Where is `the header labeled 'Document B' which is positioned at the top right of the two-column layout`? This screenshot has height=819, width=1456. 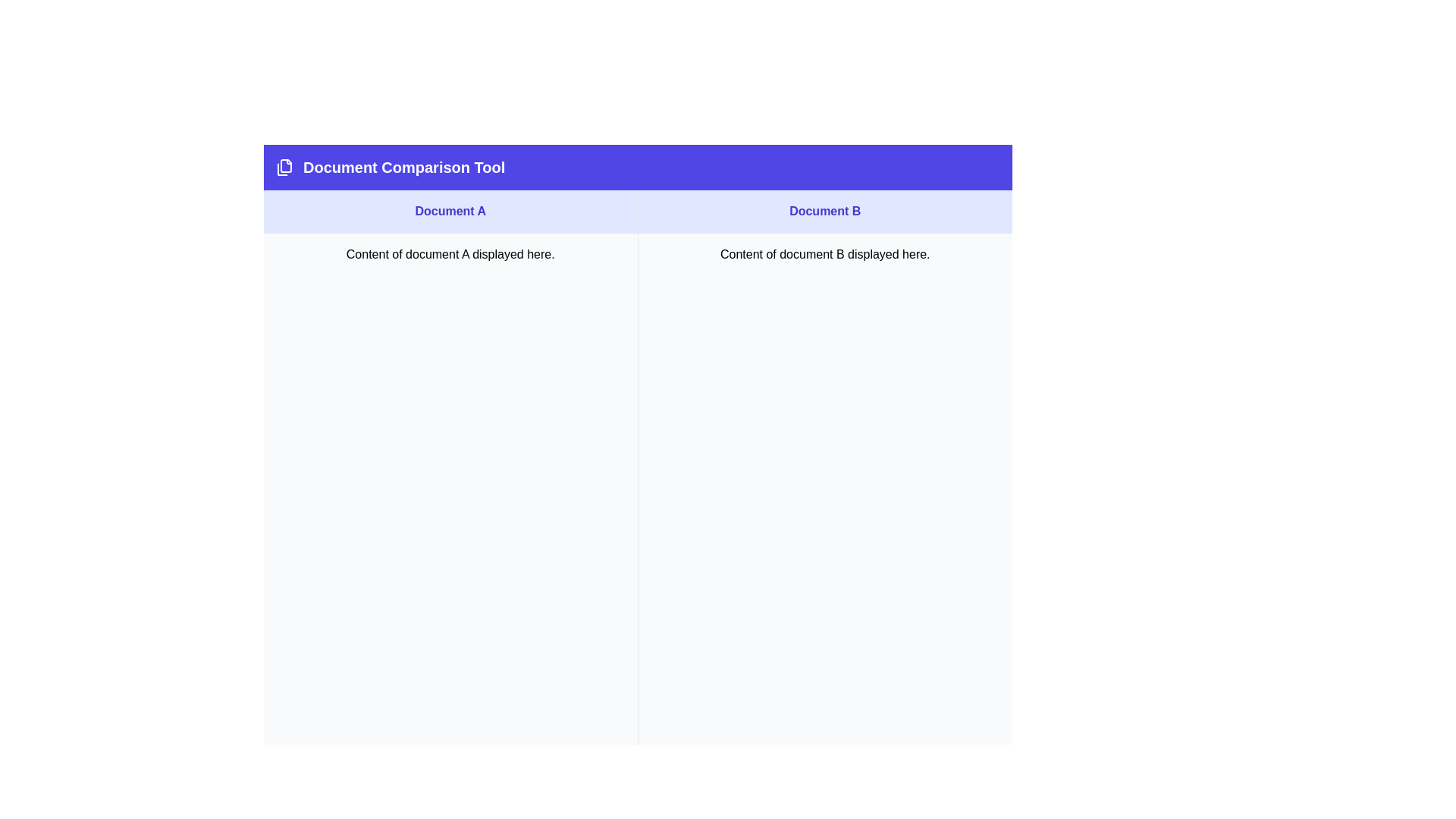 the header labeled 'Document B' which is positioned at the top right of the two-column layout is located at coordinates (824, 212).